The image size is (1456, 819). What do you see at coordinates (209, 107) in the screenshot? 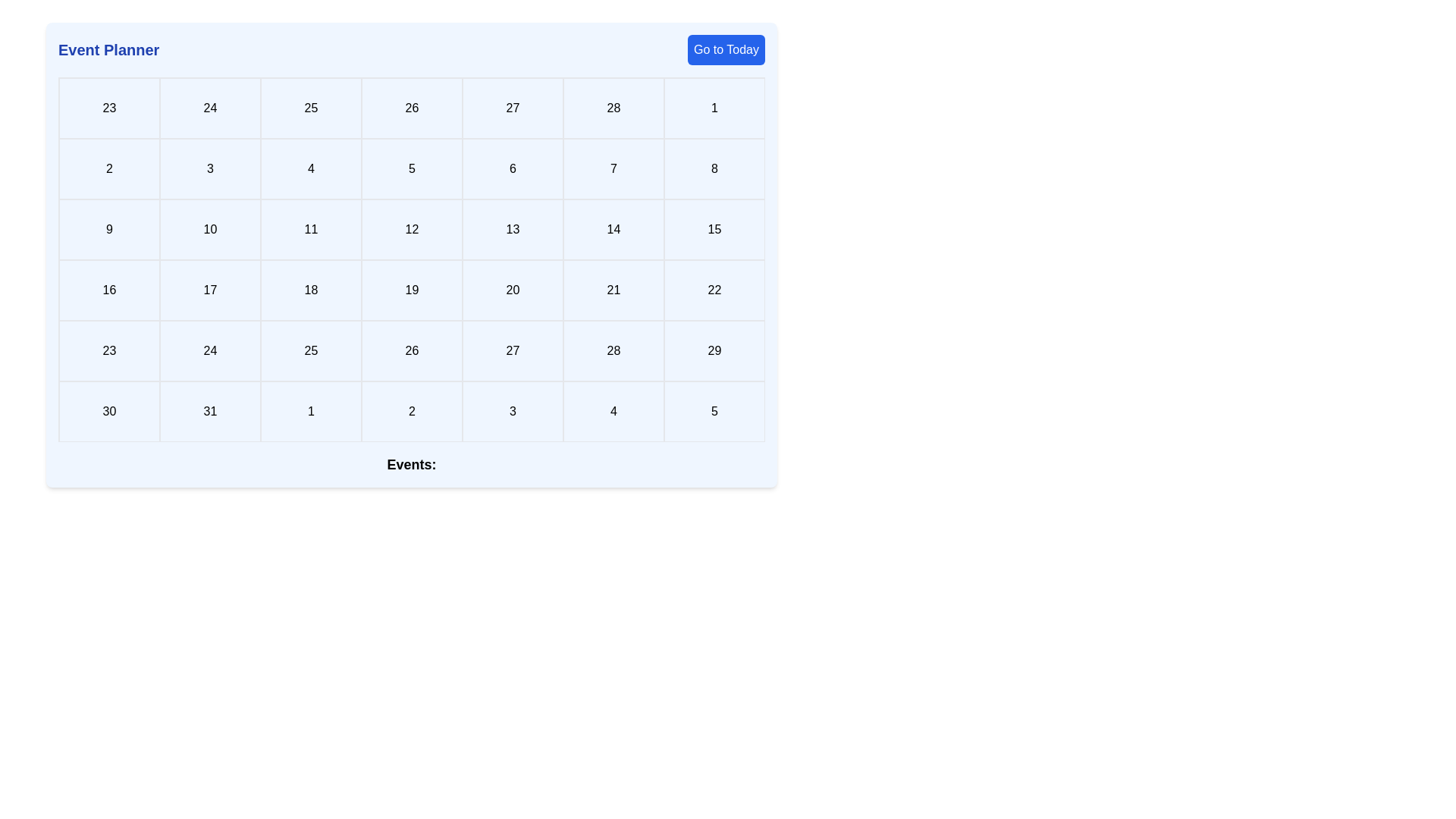
I see `the numeric display cell which shows the number '24', located in the first row of a 7-column grid, as the second cell from the left` at bounding box center [209, 107].